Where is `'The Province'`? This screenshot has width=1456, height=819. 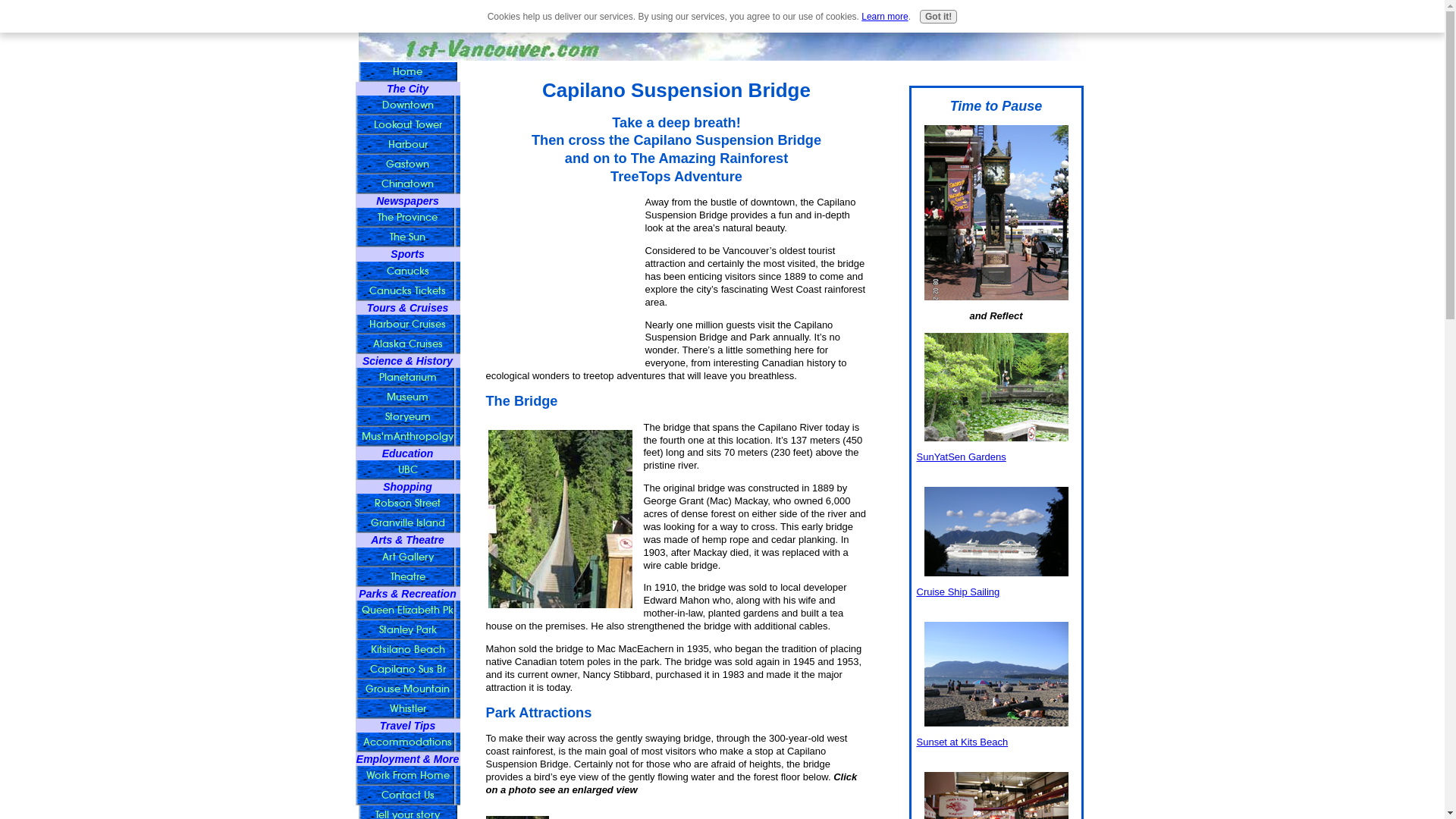
'The Province' is located at coordinates (407, 217).